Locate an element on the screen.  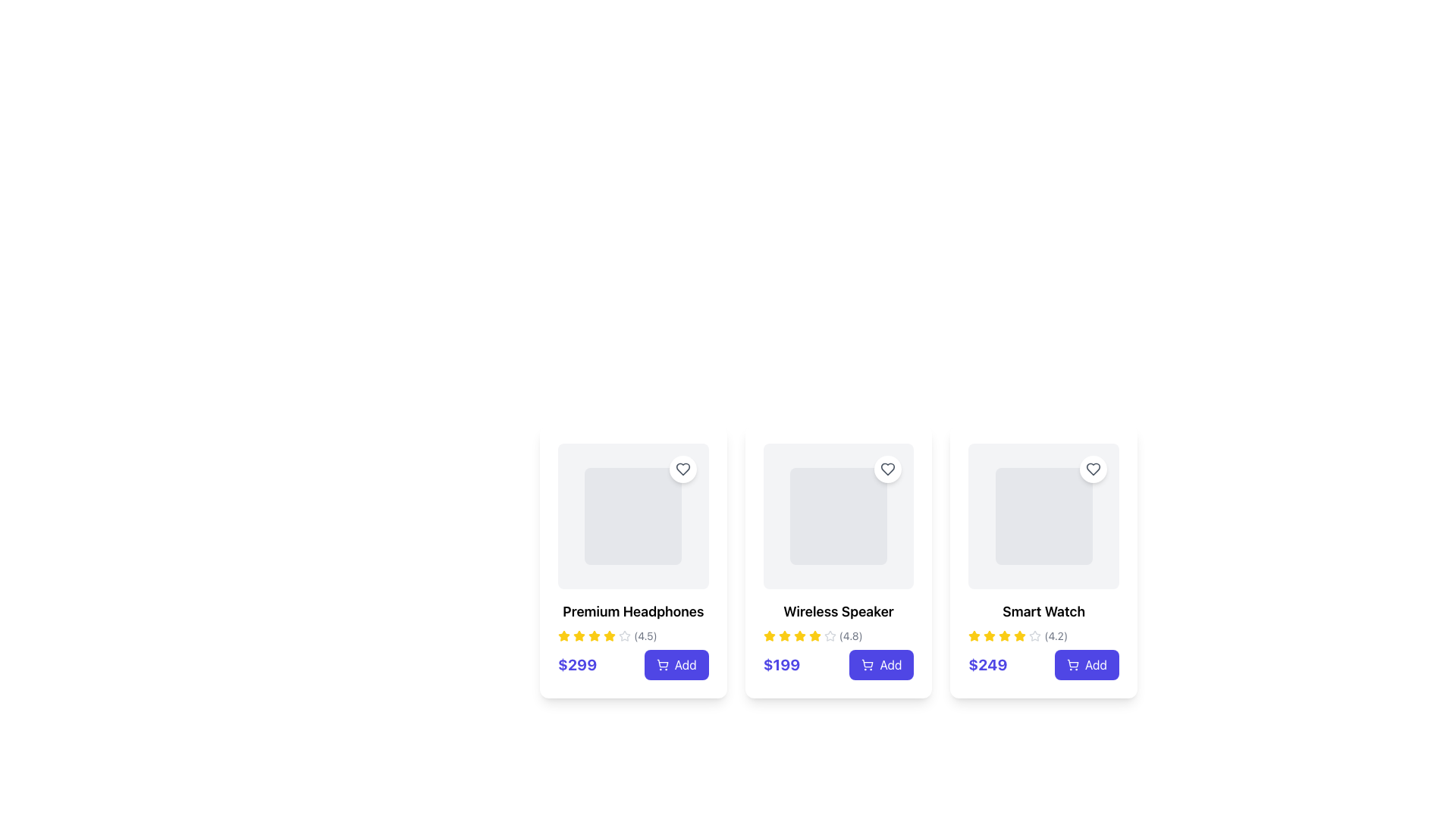
the Rating indicator located below the title 'Premium Headphones' is located at coordinates (633, 636).